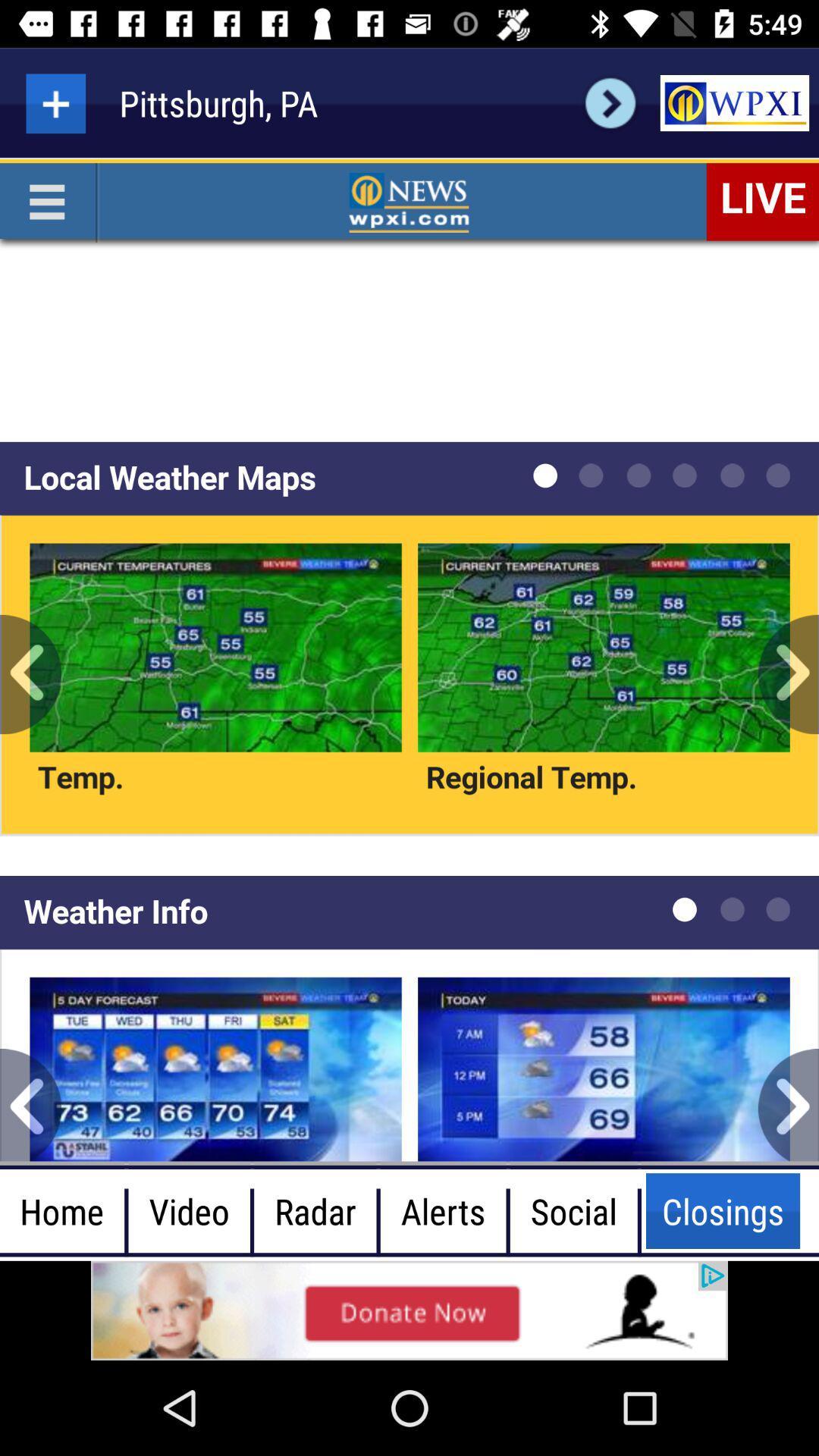 The height and width of the screenshot is (1456, 819). Describe the element at coordinates (55, 102) in the screenshot. I see `location` at that location.